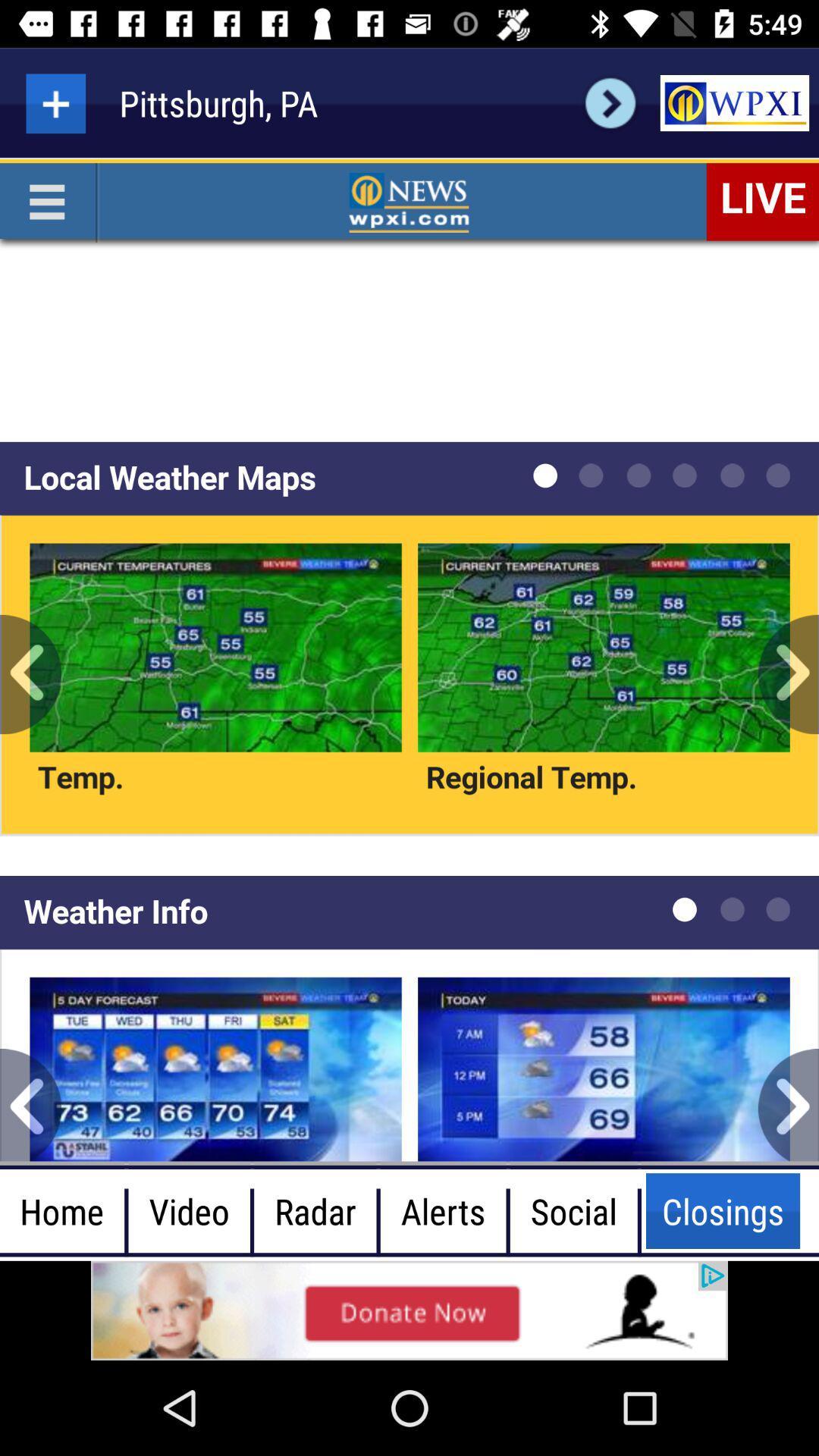 The height and width of the screenshot is (1456, 819). Describe the element at coordinates (55, 102) in the screenshot. I see `location` at that location.